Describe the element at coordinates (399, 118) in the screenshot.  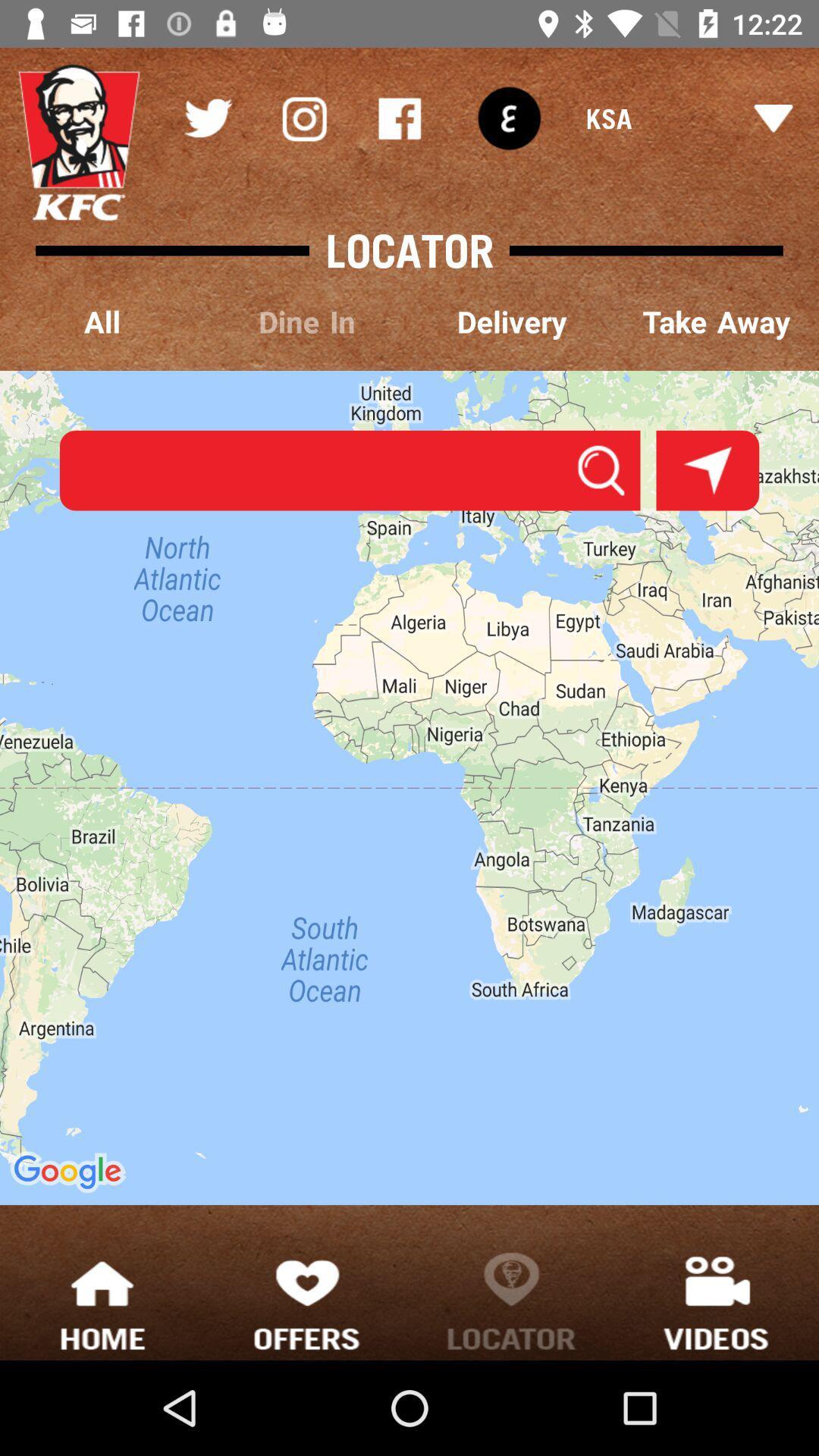
I see `the facebook icon` at that location.